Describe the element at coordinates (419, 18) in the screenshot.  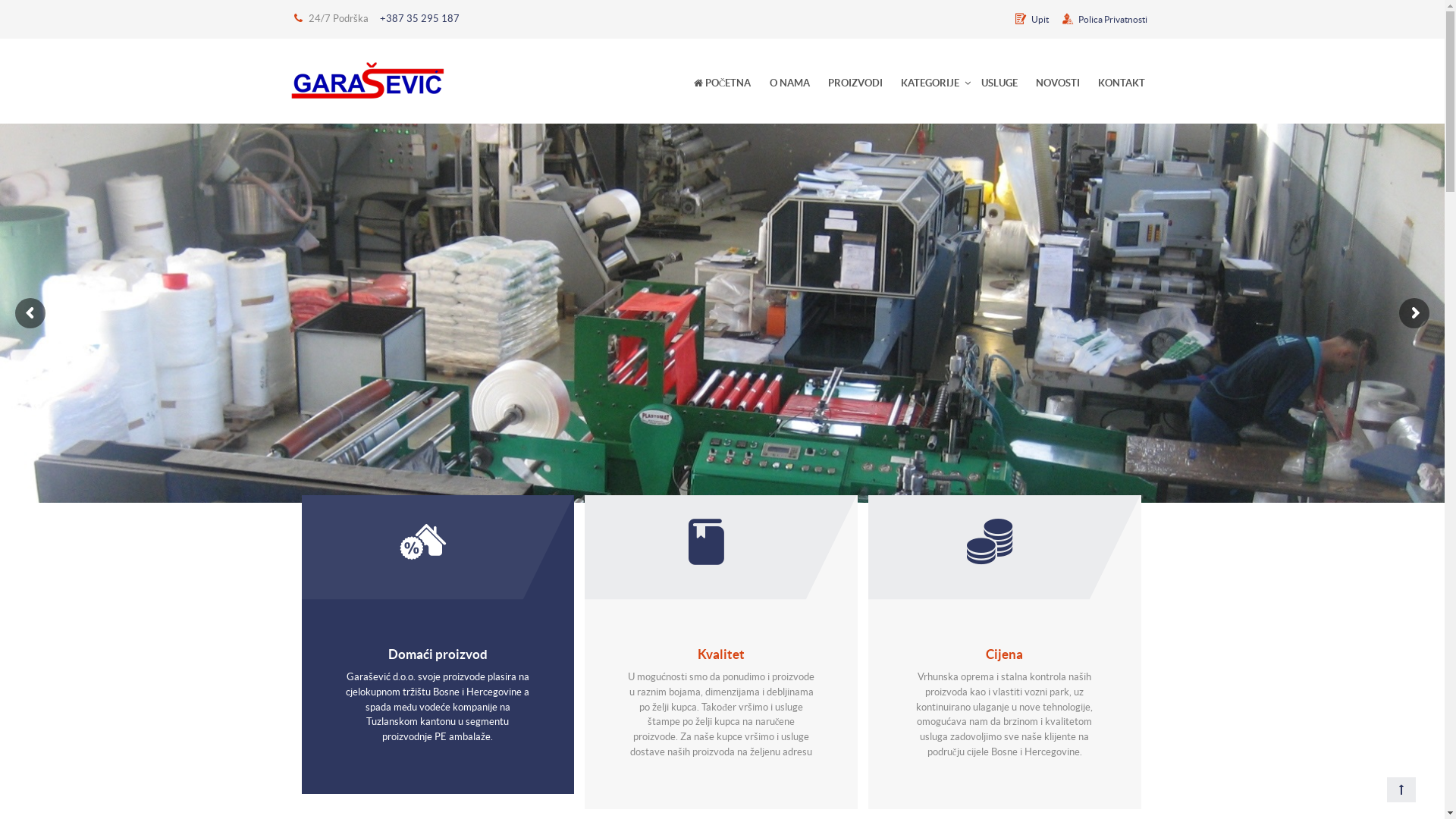
I see `'+387 35 295 187'` at that location.